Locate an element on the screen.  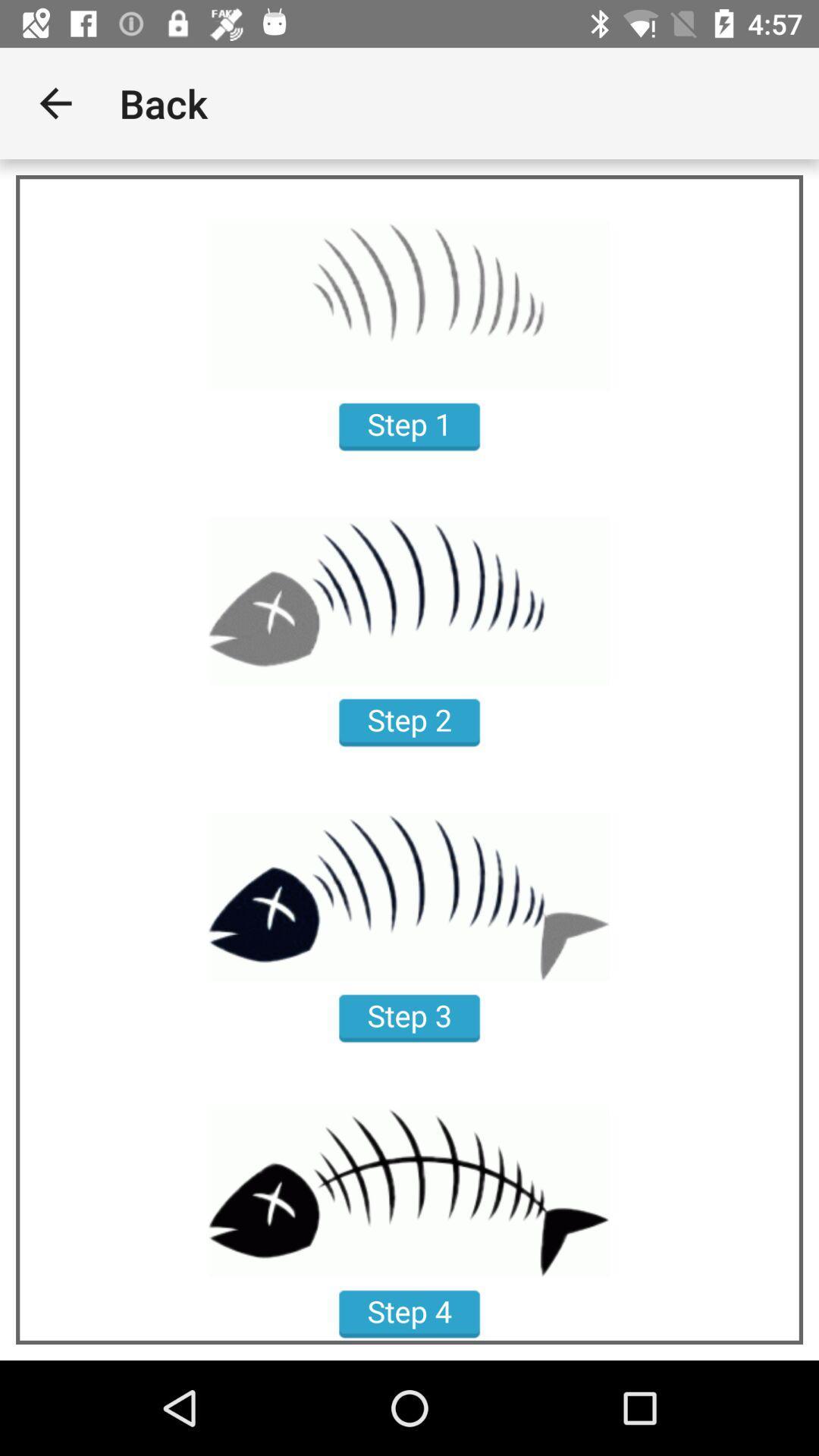
icon next to the back is located at coordinates (55, 102).